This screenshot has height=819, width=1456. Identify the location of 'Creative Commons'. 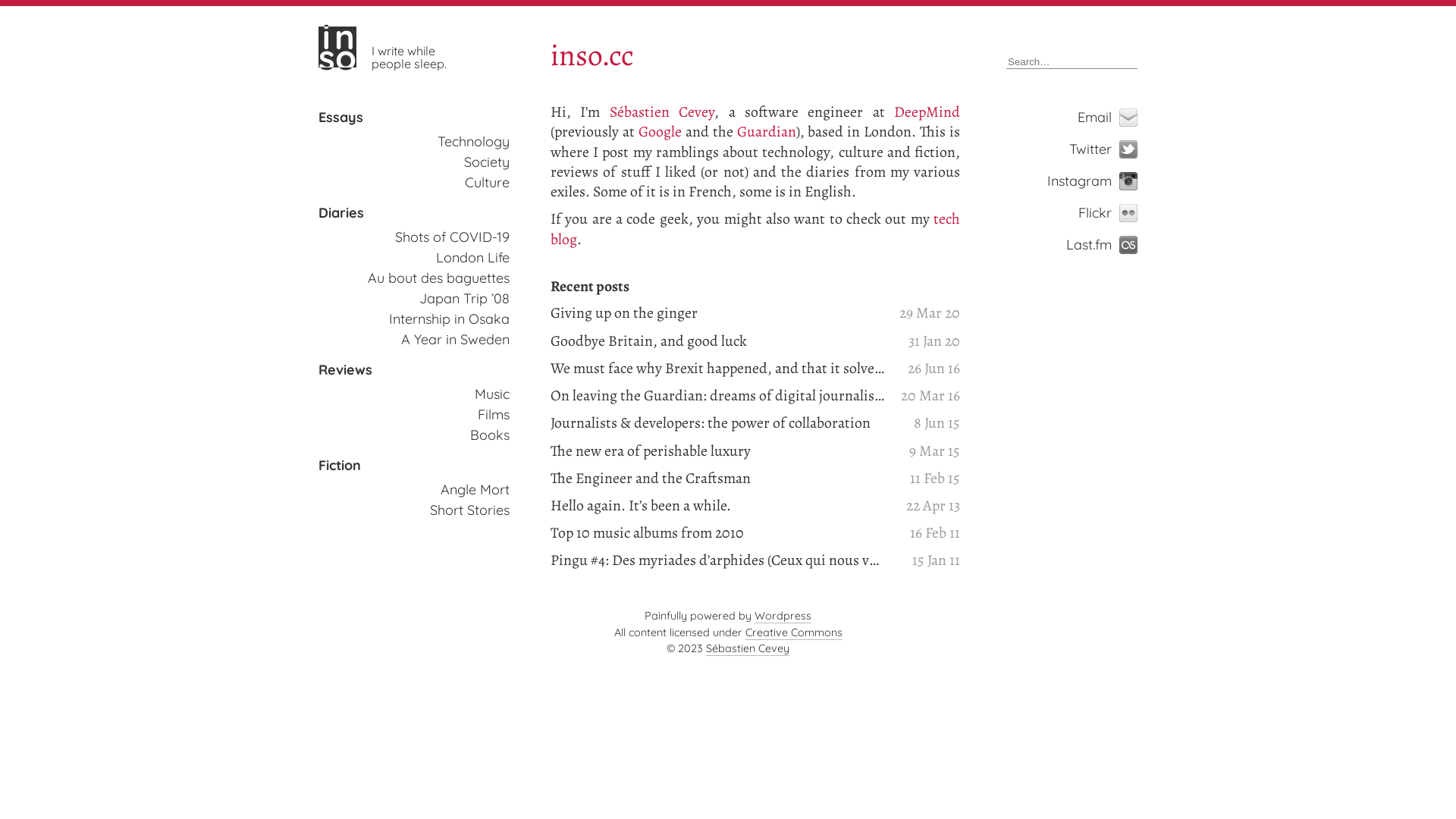
(792, 632).